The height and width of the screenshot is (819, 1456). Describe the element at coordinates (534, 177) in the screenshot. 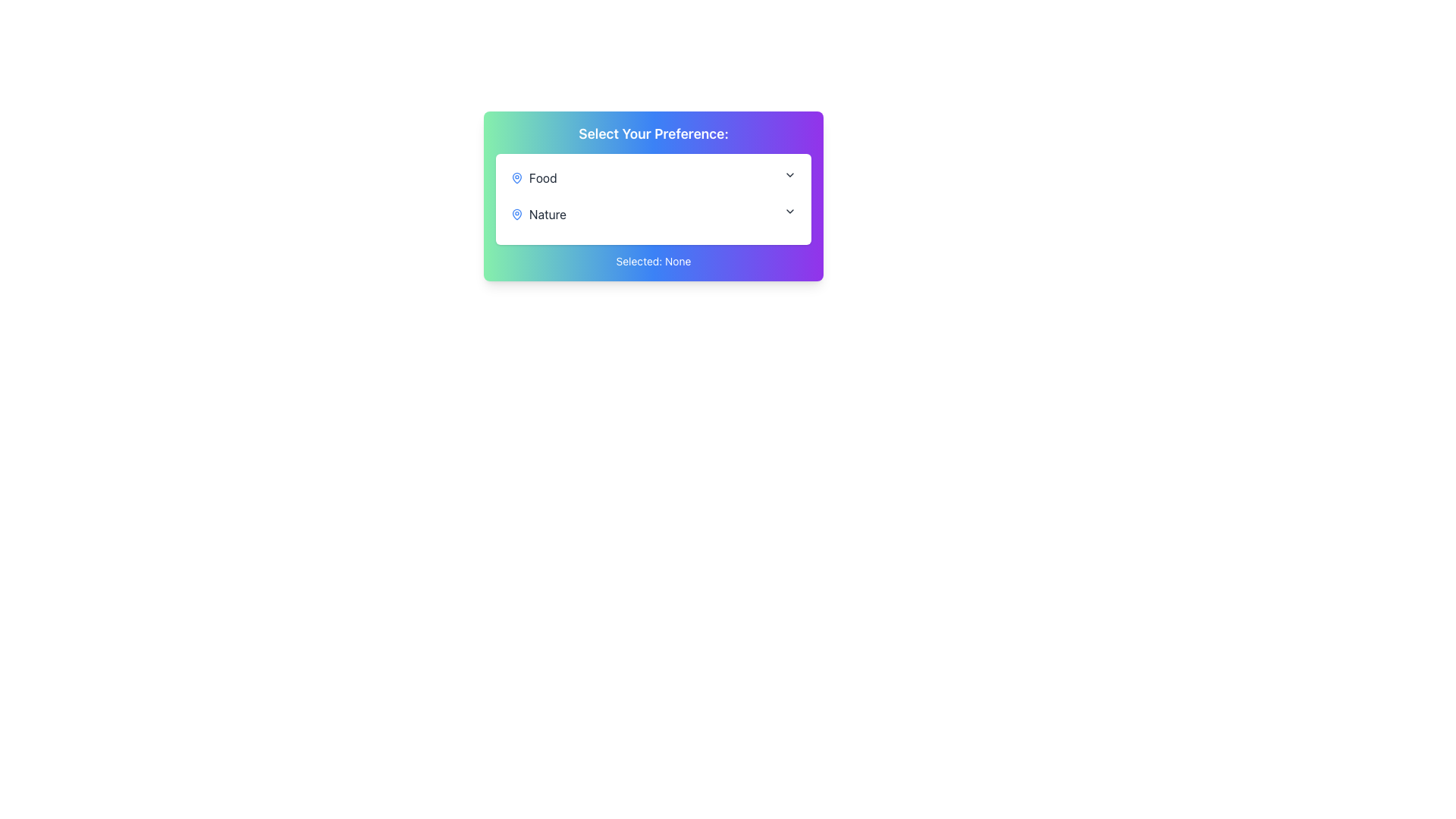

I see `the 'Food' preference selection label located at the top of the vertical list in the 'Select Your Preference' card` at that location.